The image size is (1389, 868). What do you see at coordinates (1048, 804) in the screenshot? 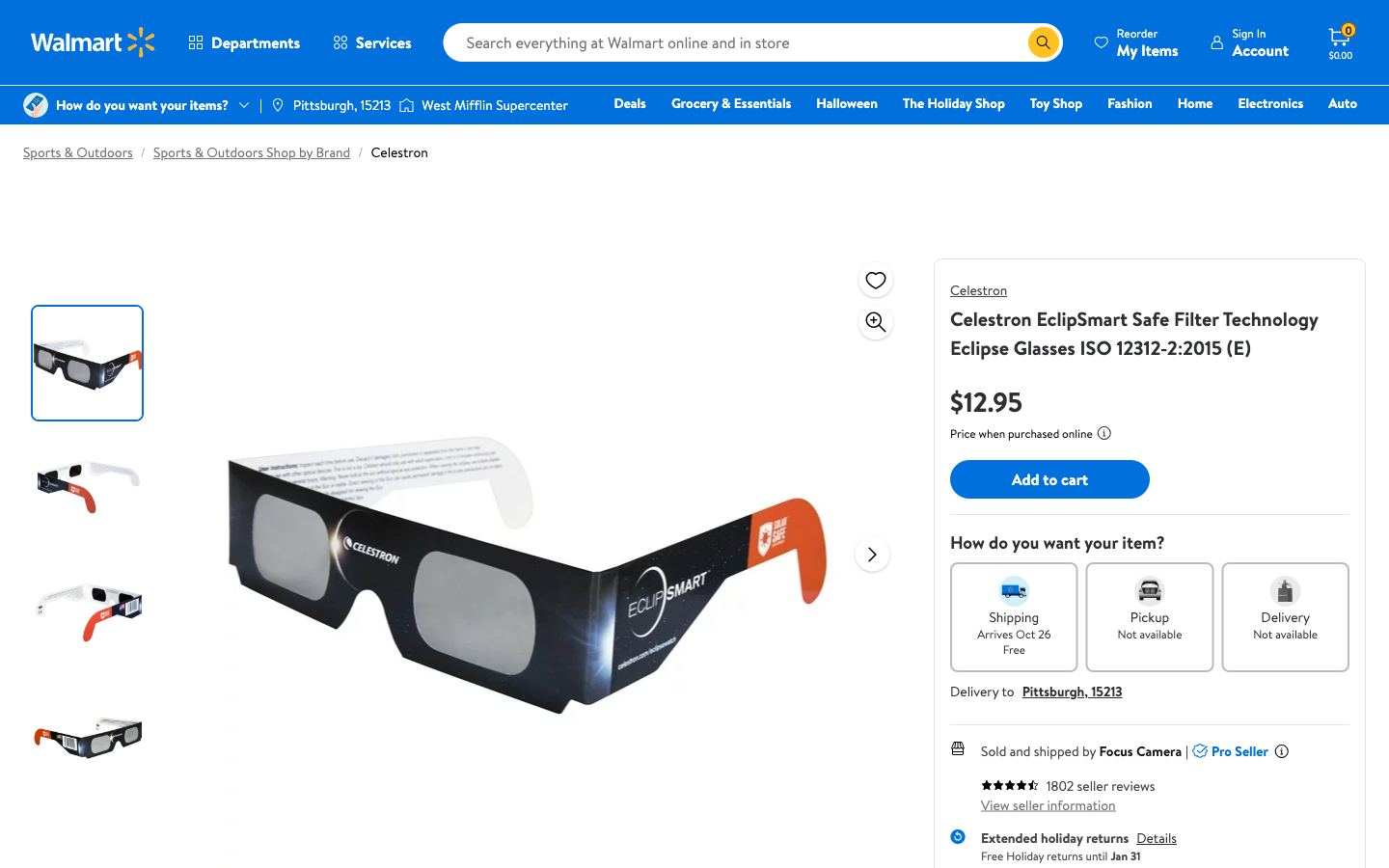
I see `Look at the information about the seller` at bounding box center [1048, 804].